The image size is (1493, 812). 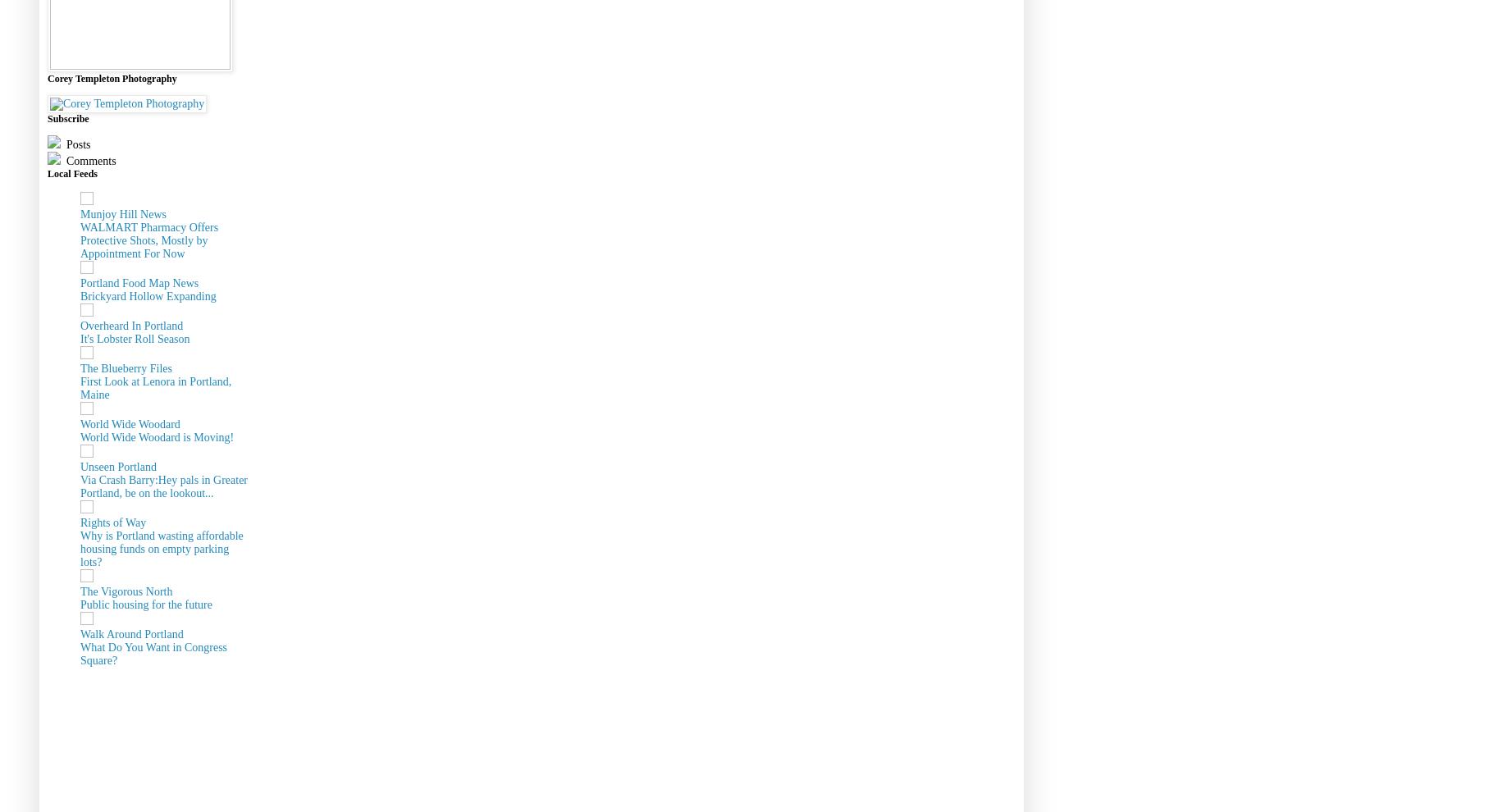 I want to click on 'The Blueberry Files', so click(x=80, y=367).